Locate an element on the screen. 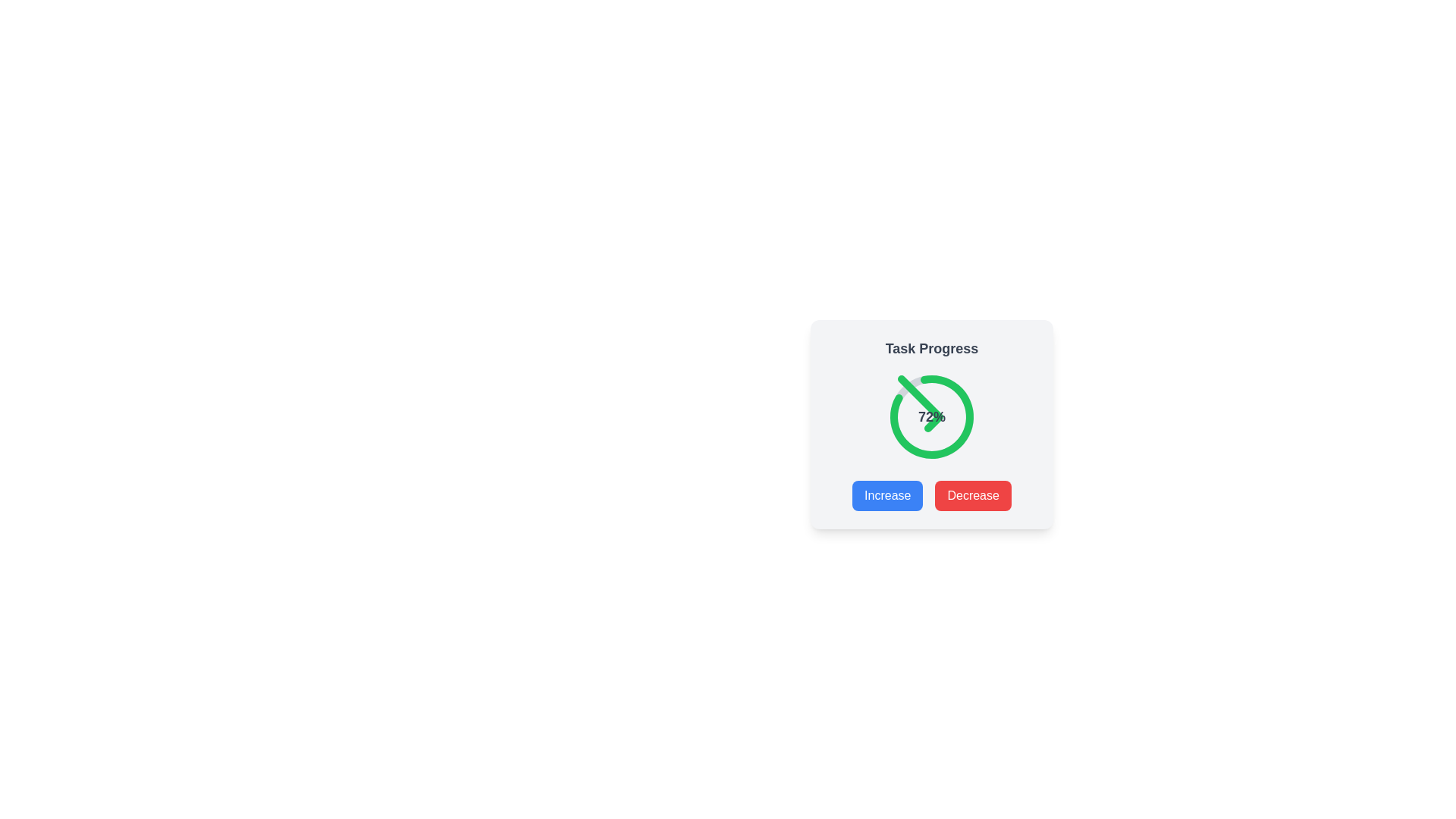 The image size is (1456, 819). the 'Decrease' button, which is a rounded rectangular button with a bright red background and white text, located to the right of the 'Increase' button is located at coordinates (973, 496).